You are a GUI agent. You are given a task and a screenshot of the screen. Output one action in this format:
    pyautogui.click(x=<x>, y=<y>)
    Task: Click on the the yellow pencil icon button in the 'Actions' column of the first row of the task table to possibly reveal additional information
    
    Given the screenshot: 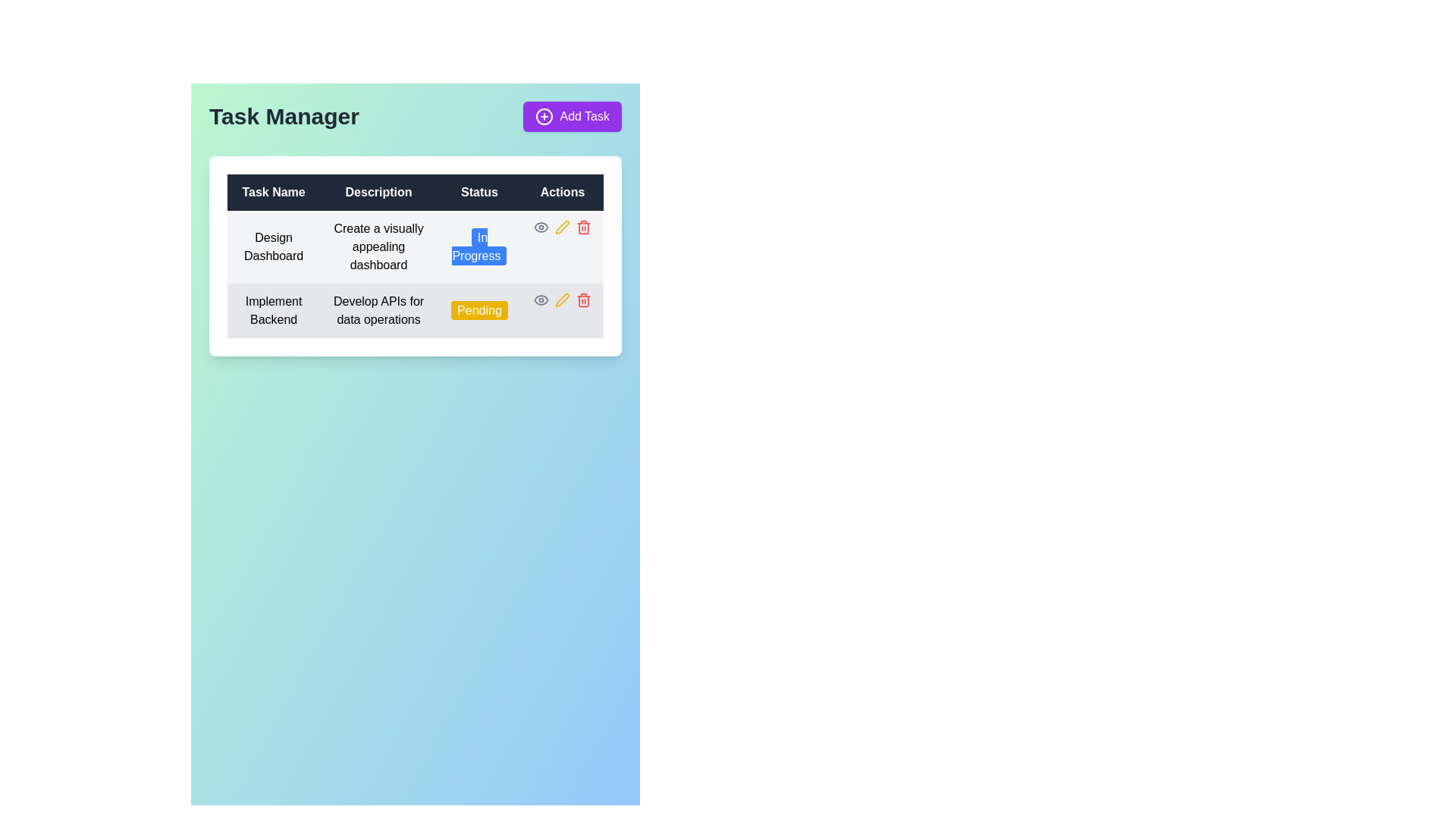 What is the action you would take?
    pyautogui.click(x=561, y=227)
    